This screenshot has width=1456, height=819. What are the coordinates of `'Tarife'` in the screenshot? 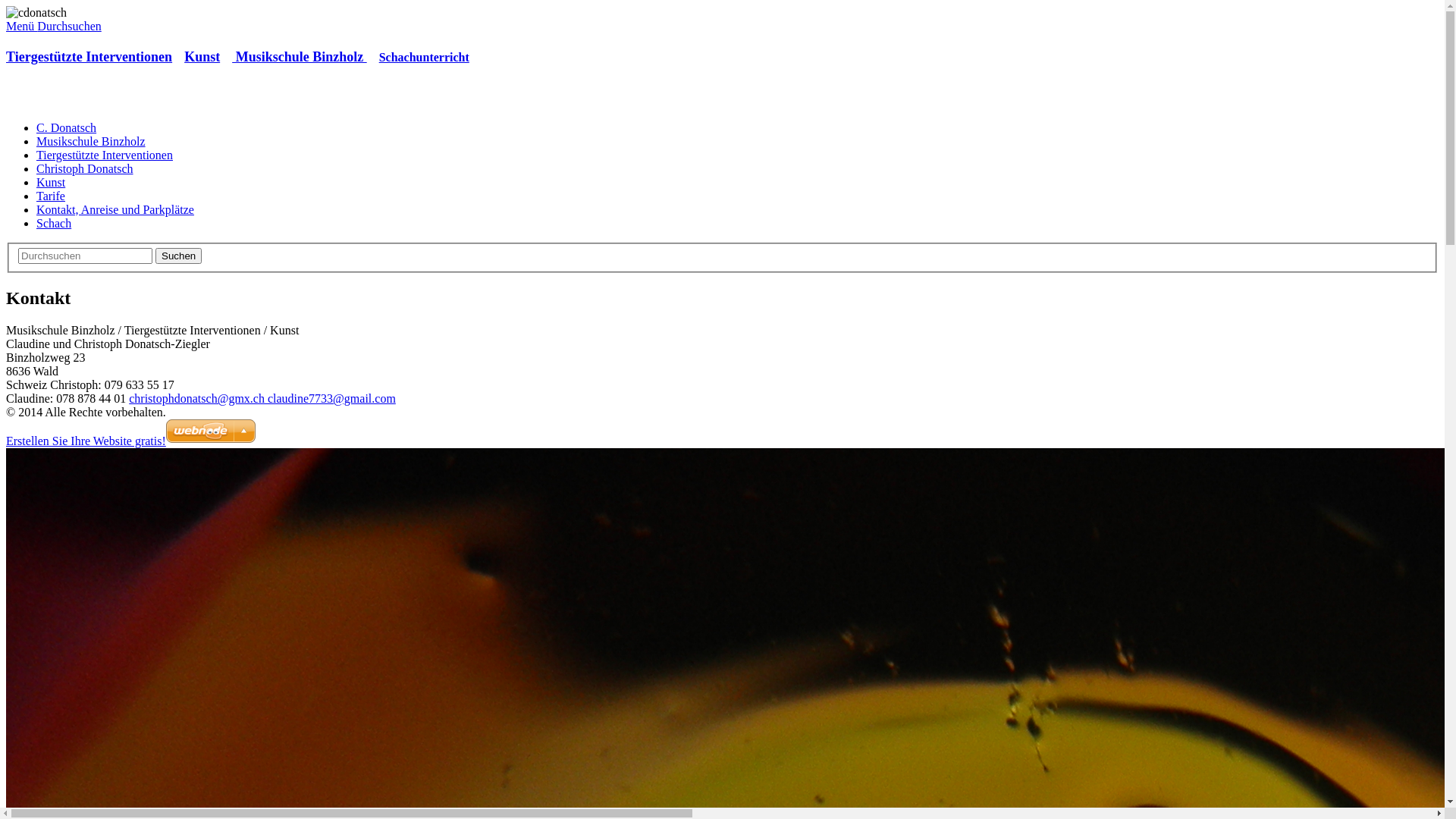 It's located at (51, 195).